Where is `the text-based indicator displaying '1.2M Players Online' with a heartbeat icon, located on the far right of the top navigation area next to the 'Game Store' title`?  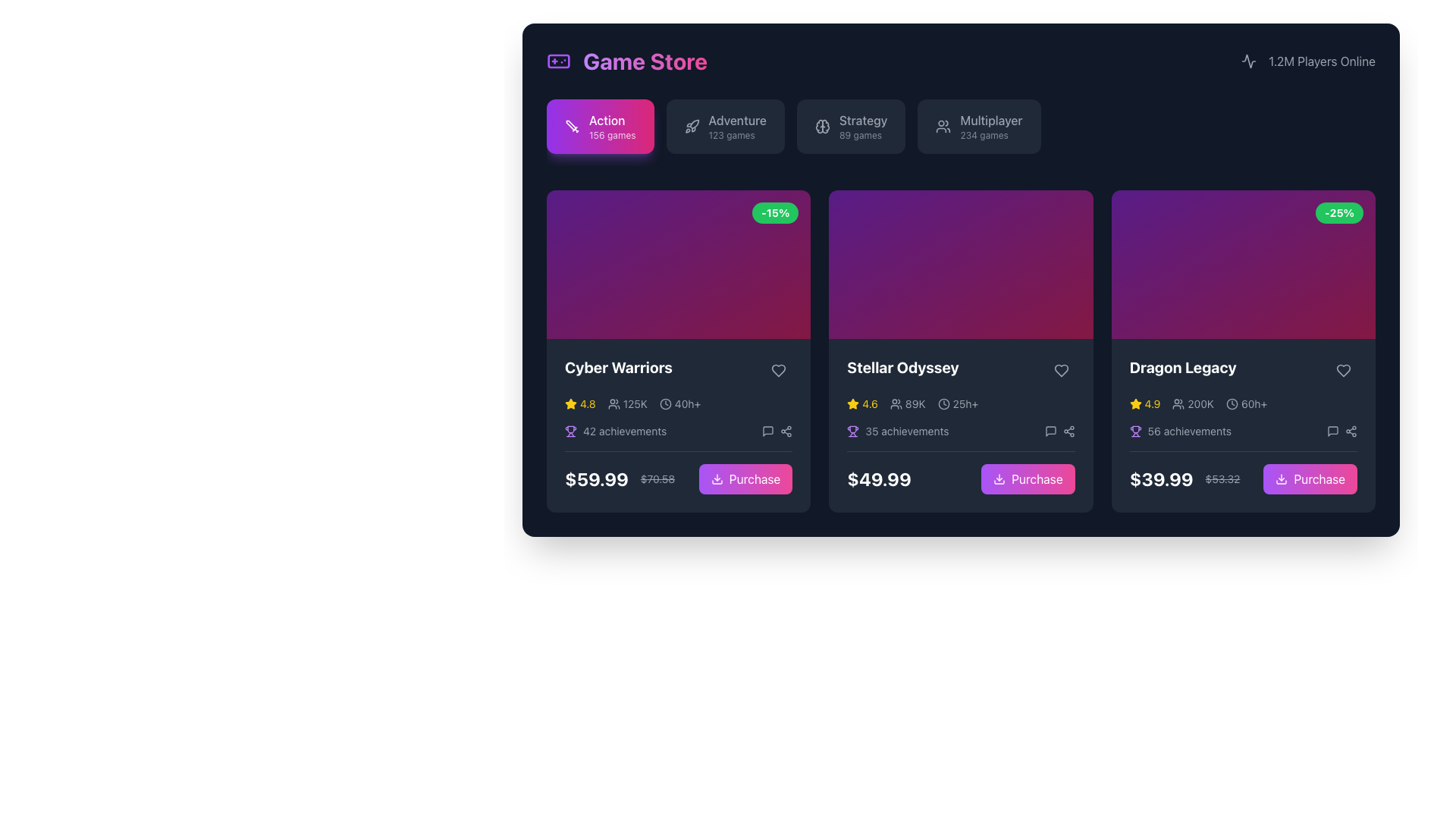
the text-based indicator displaying '1.2M Players Online' with a heartbeat icon, located on the far right of the top navigation area next to the 'Game Store' title is located at coordinates (1307, 61).